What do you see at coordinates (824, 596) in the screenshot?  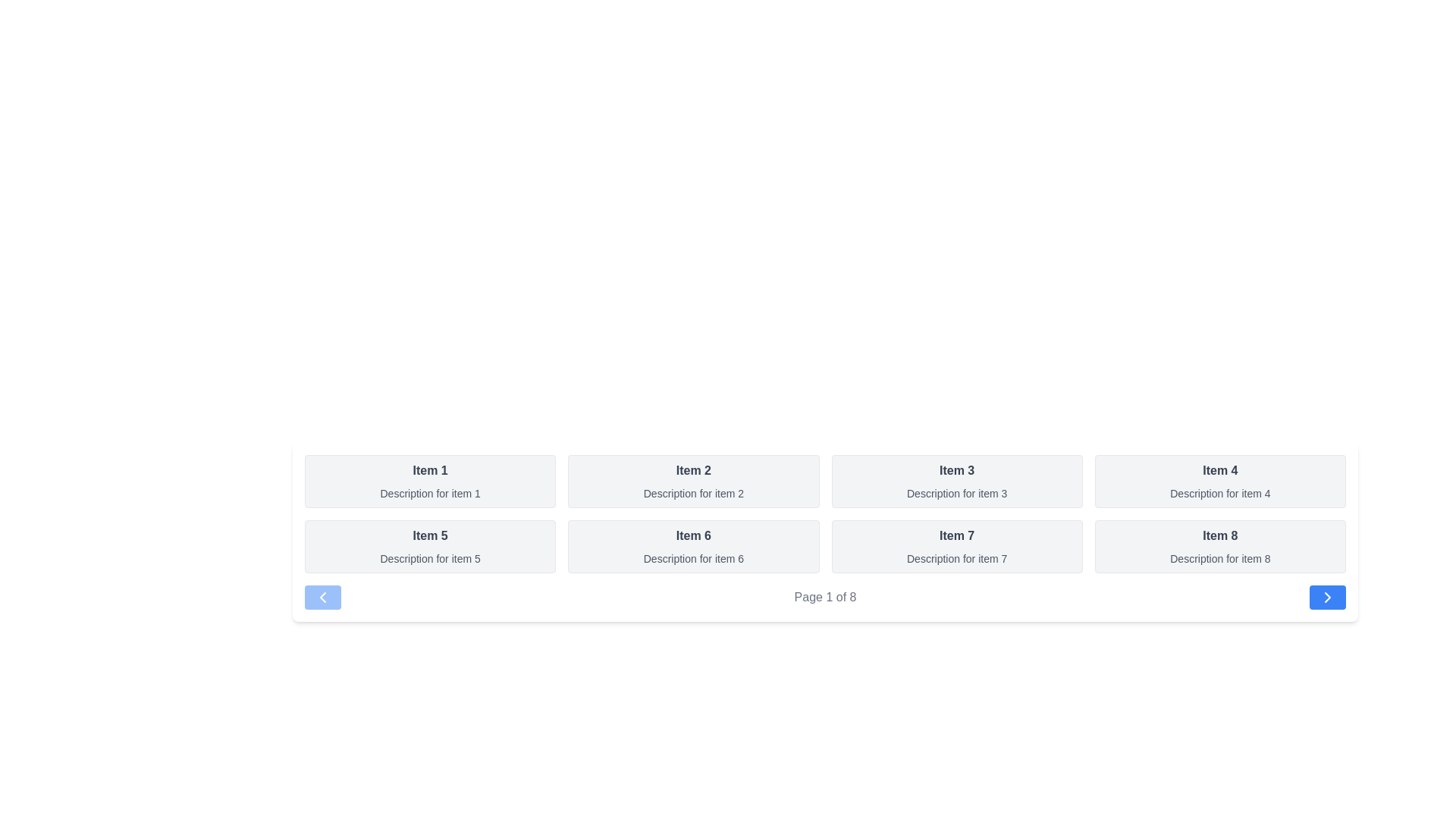 I see `the static text label displaying 'Page 1 of 8' located at the center of the pagination bar at the bottom of the interface` at bounding box center [824, 596].